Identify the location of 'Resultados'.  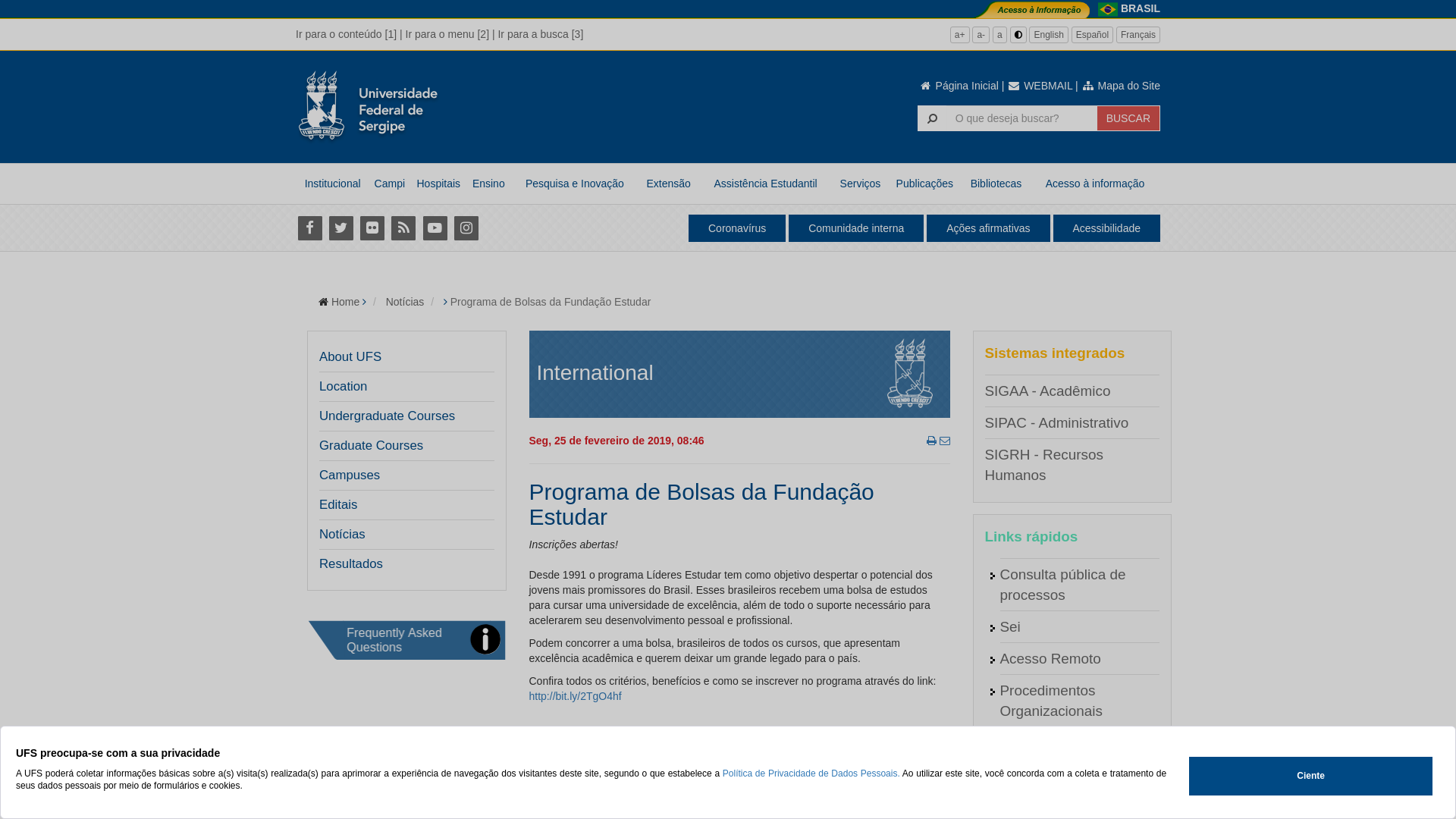
(350, 564).